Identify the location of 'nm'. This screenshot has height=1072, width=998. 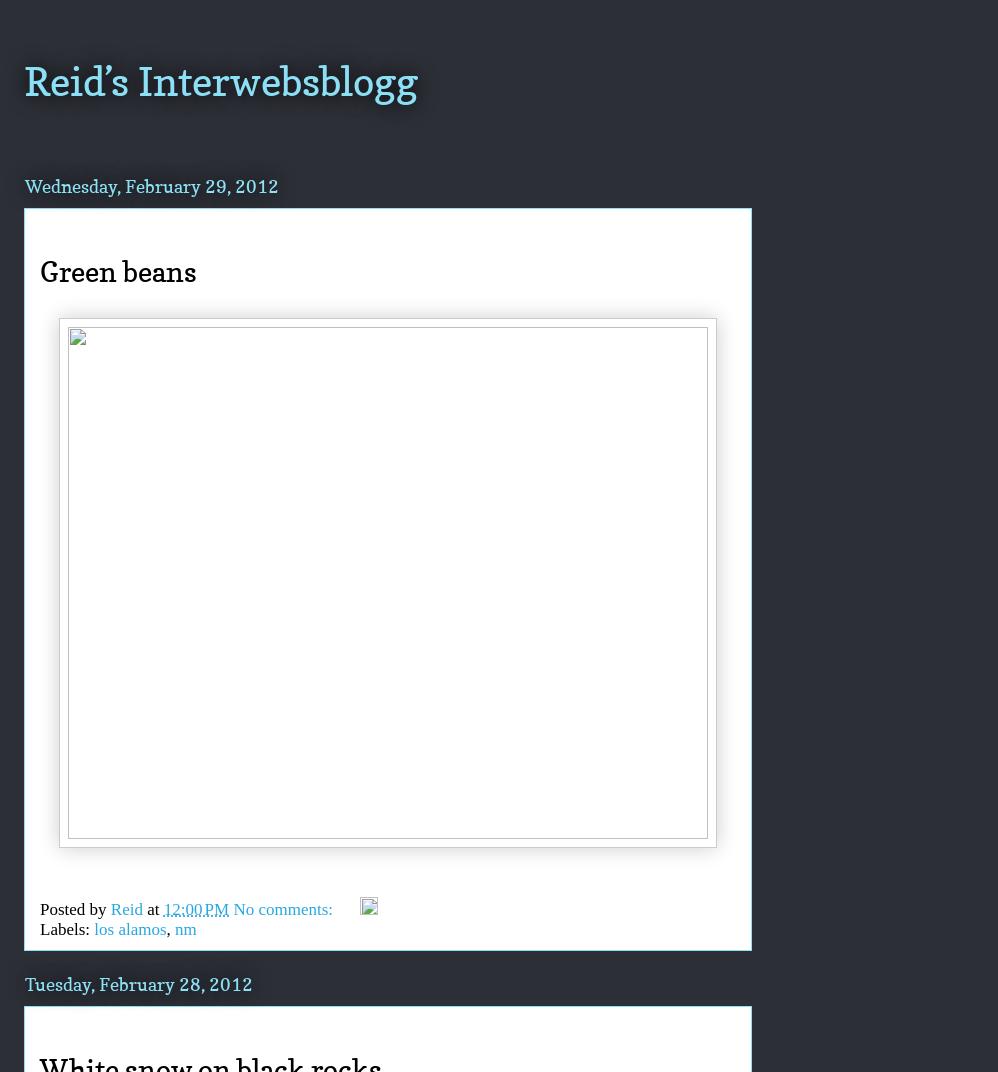
(184, 928).